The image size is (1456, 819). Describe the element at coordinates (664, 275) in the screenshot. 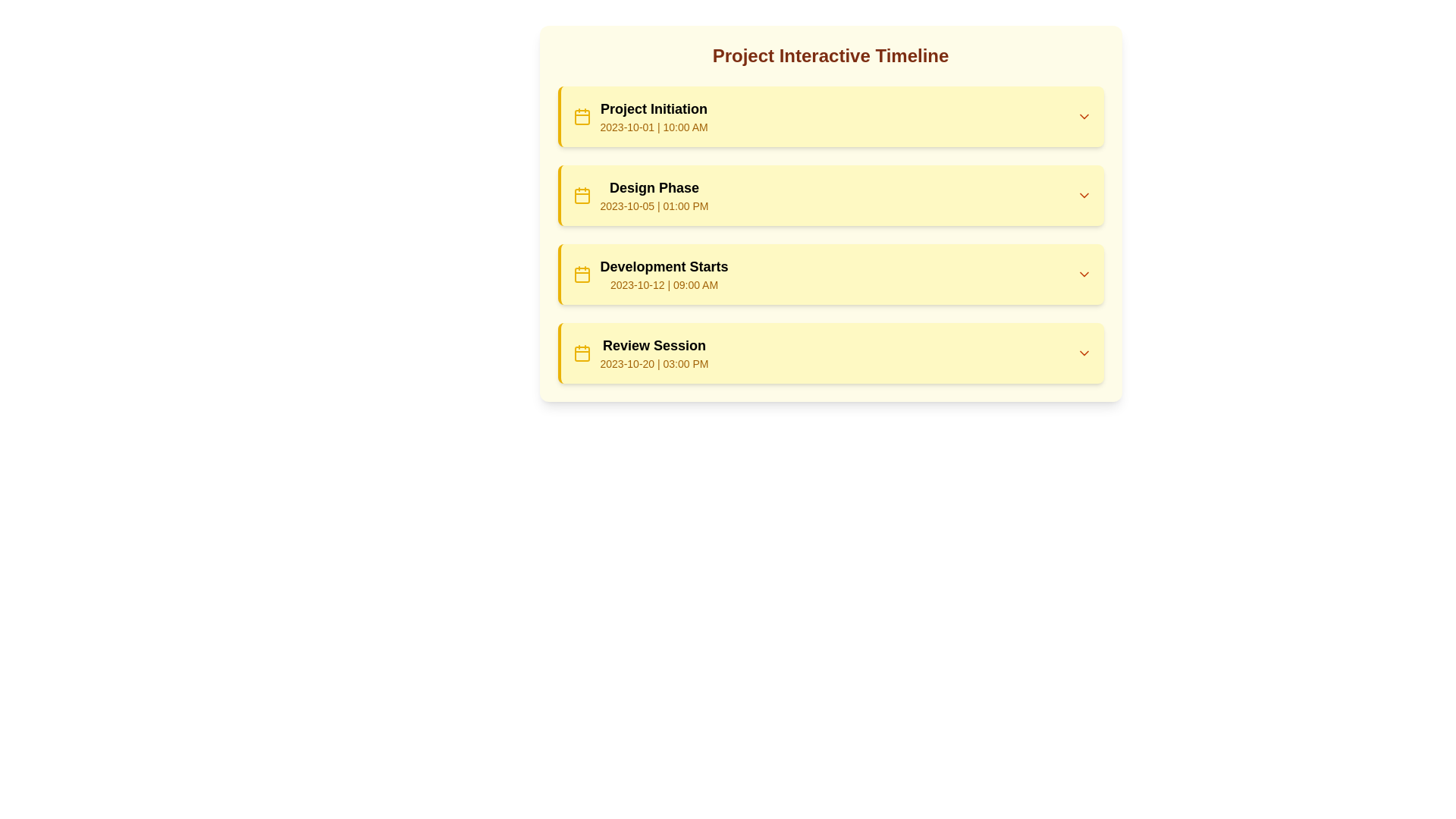

I see `the text display that shows 'Development Starts' and the date-time '2023-10-12 | 09:00 AM', positioned in a yellow-highlighted section between 'Design Phase' and 'Review Session'` at that location.